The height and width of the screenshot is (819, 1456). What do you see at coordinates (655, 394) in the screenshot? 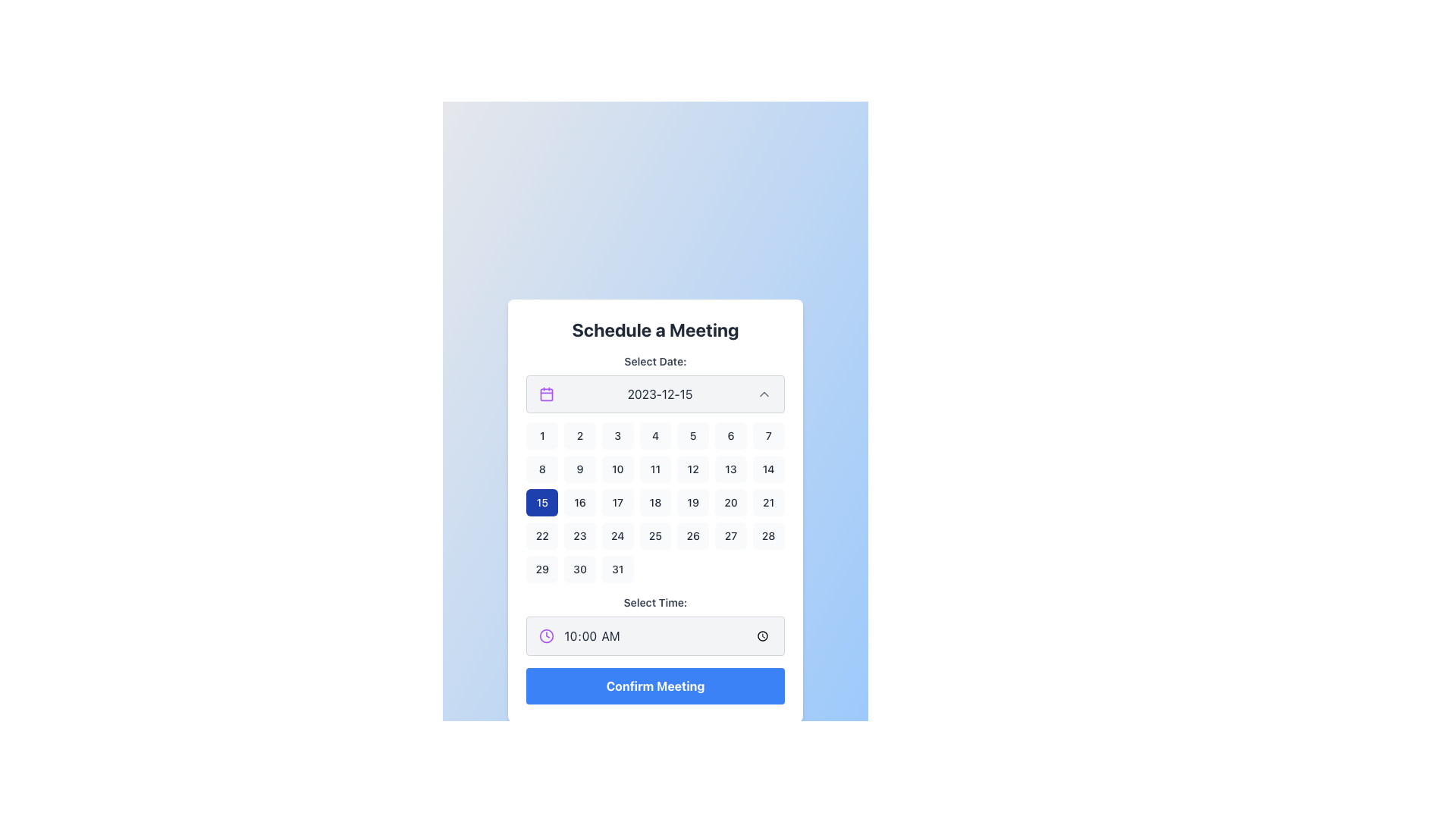
I see `the Dropdown trigger with date display located below the text 'Select Date:', which opens a calendar view for date selection` at bounding box center [655, 394].